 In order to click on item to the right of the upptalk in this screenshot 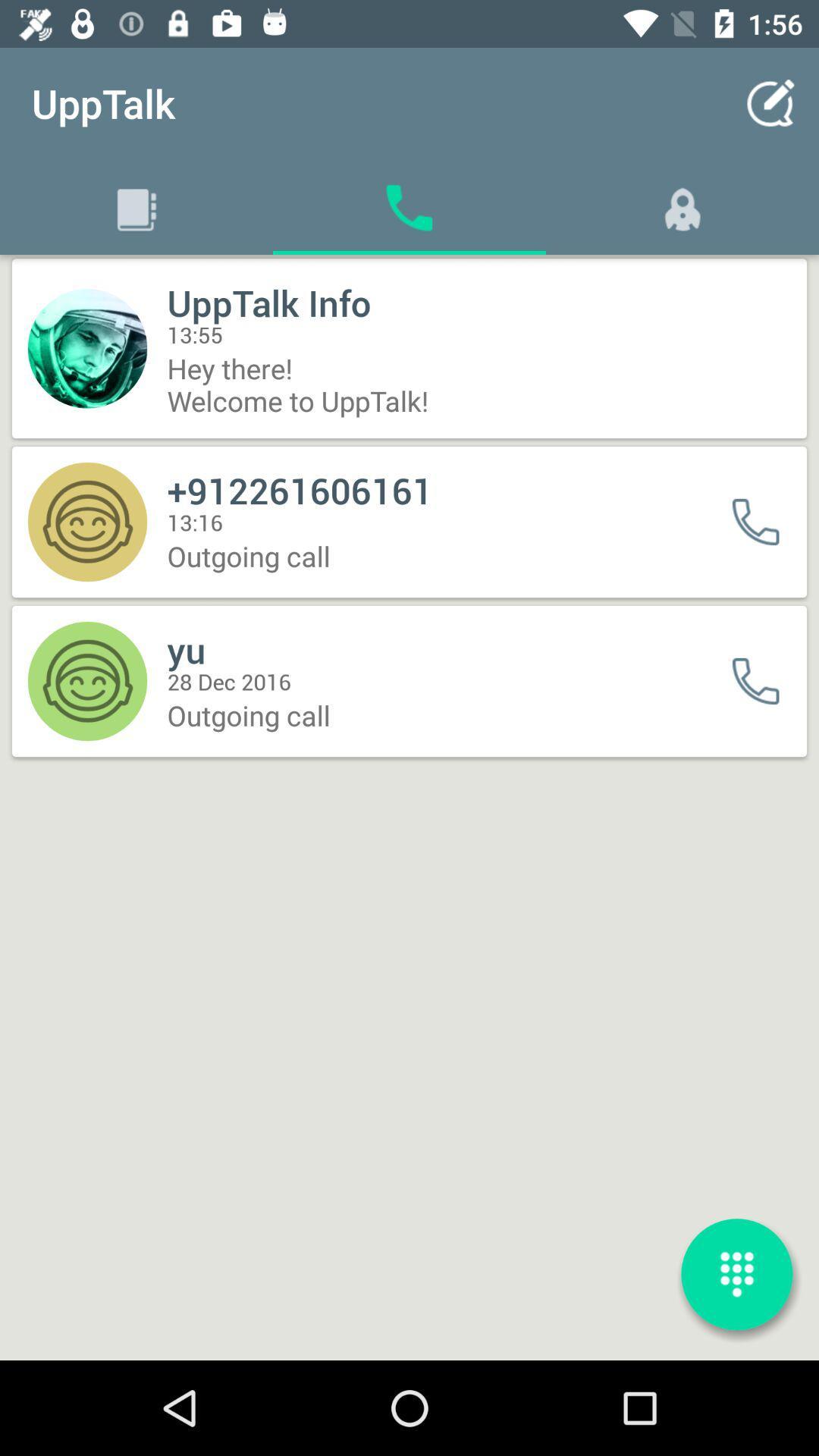, I will do `click(771, 102)`.